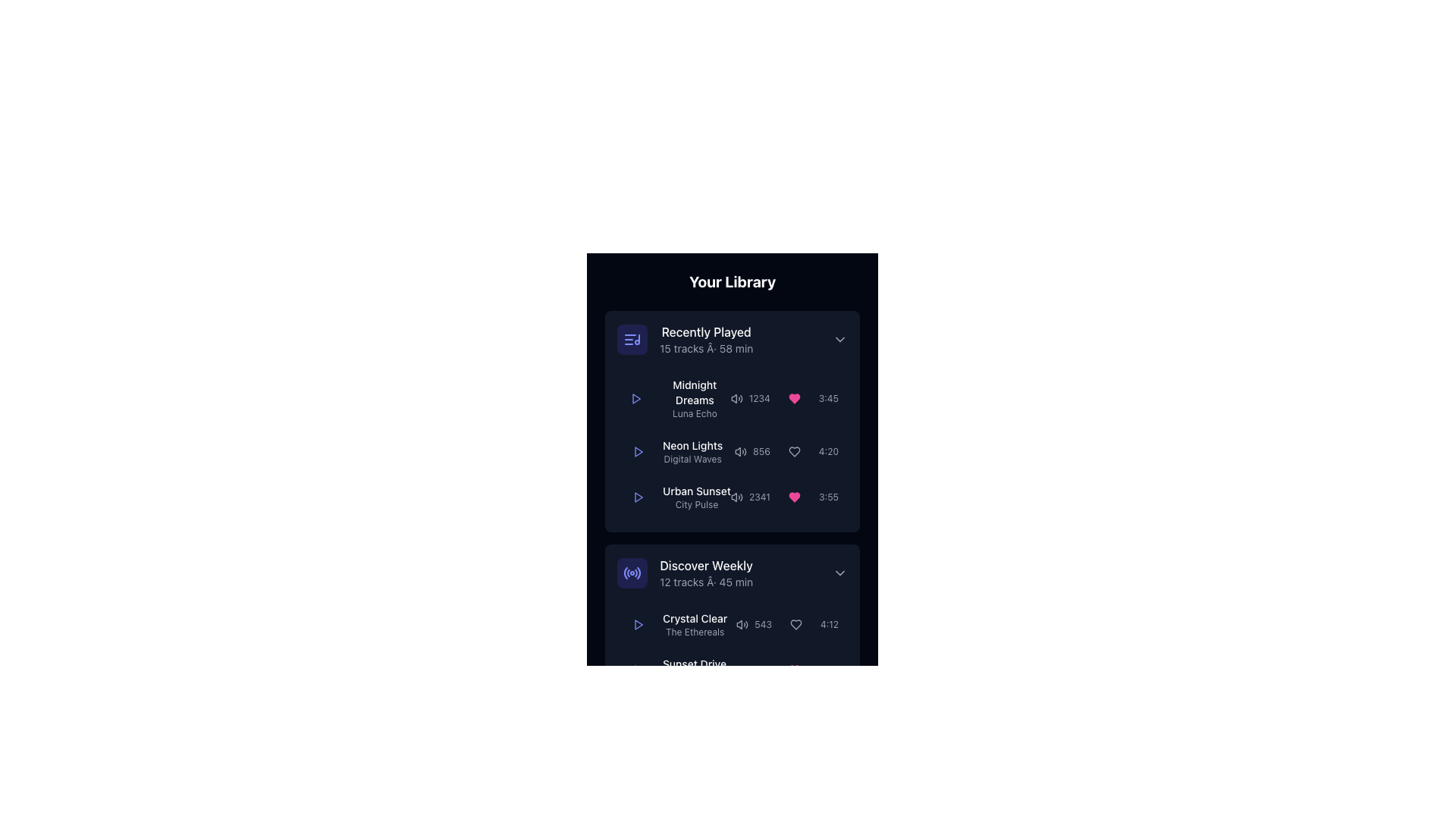 This screenshot has height=819, width=1456. I want to click on duration value displayed as '4:20' in small gray font, located in the 'Neon Lights' row of the 'Recently Played' section, at the far right after the heart icon, so click(827, 451).